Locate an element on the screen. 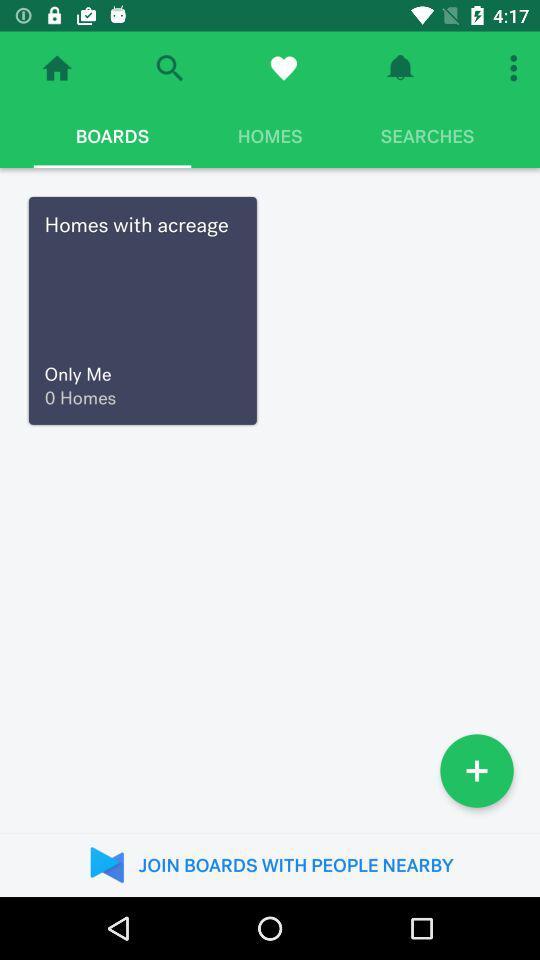 This screenshot has width=540, height=960. join boards with item is located at coordinates (270, 864).